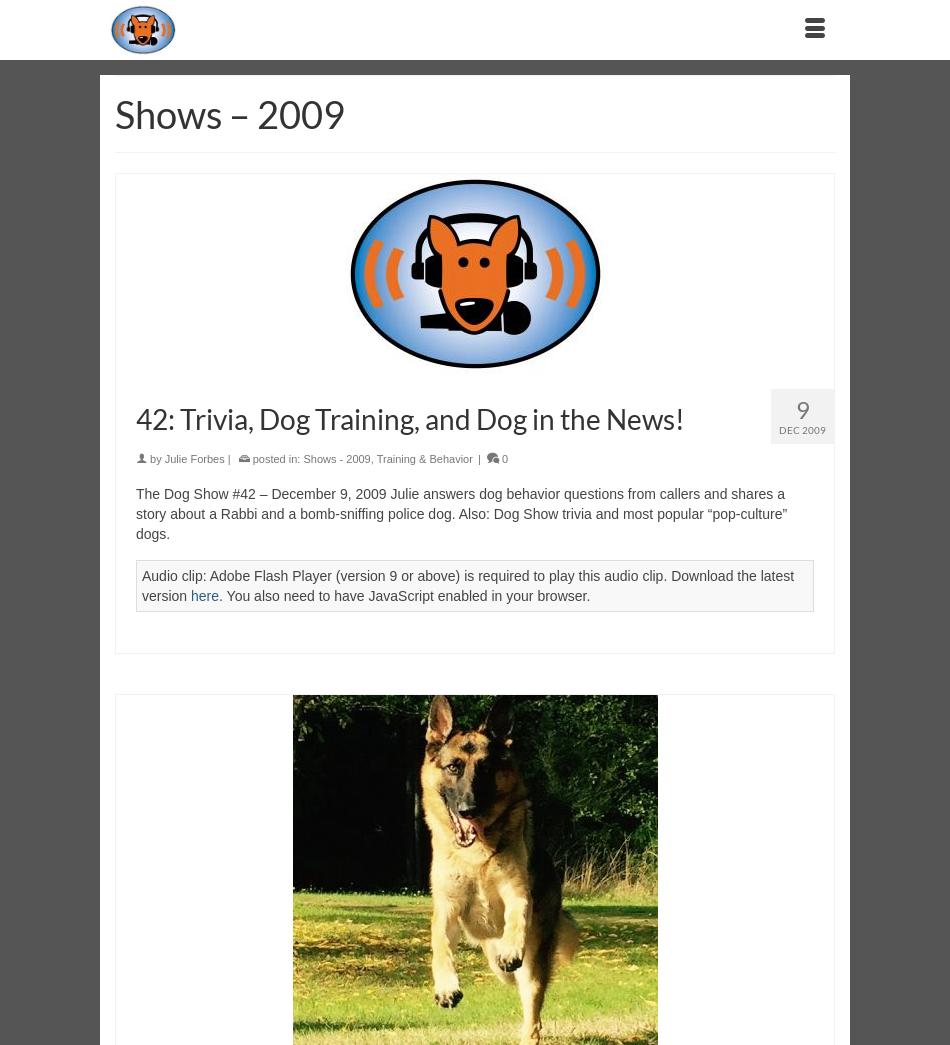  What do you see at coordinates (403, 594) in the screenshot?
I see `'. You also need to have JavaScript enabled in your browser.'` at bounding box center [403, 594].